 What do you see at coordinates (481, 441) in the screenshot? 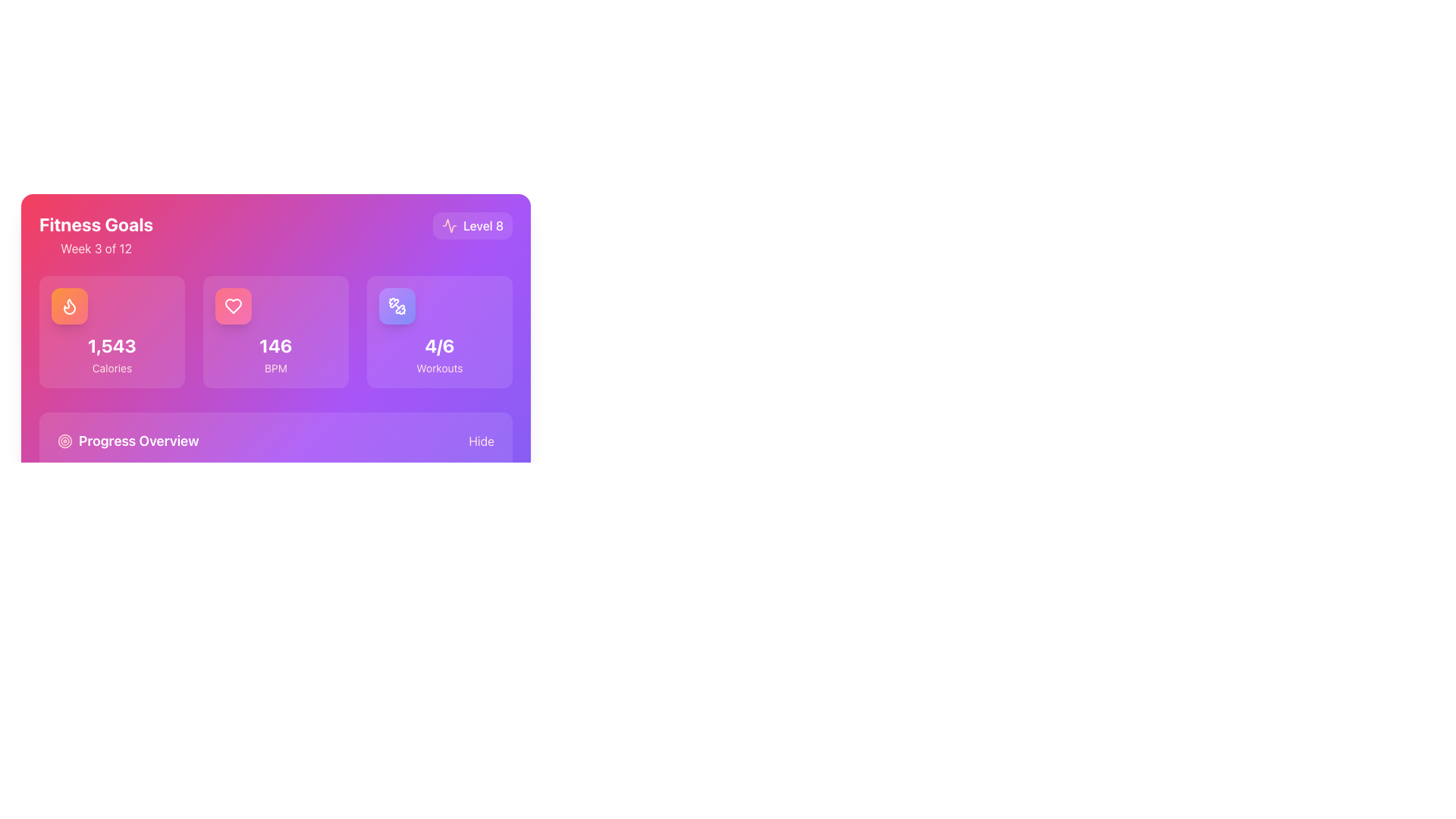
I see `the toggle button located at the bottom-right area of the 'Progress Overview' section` at bounding box center [481, 441].